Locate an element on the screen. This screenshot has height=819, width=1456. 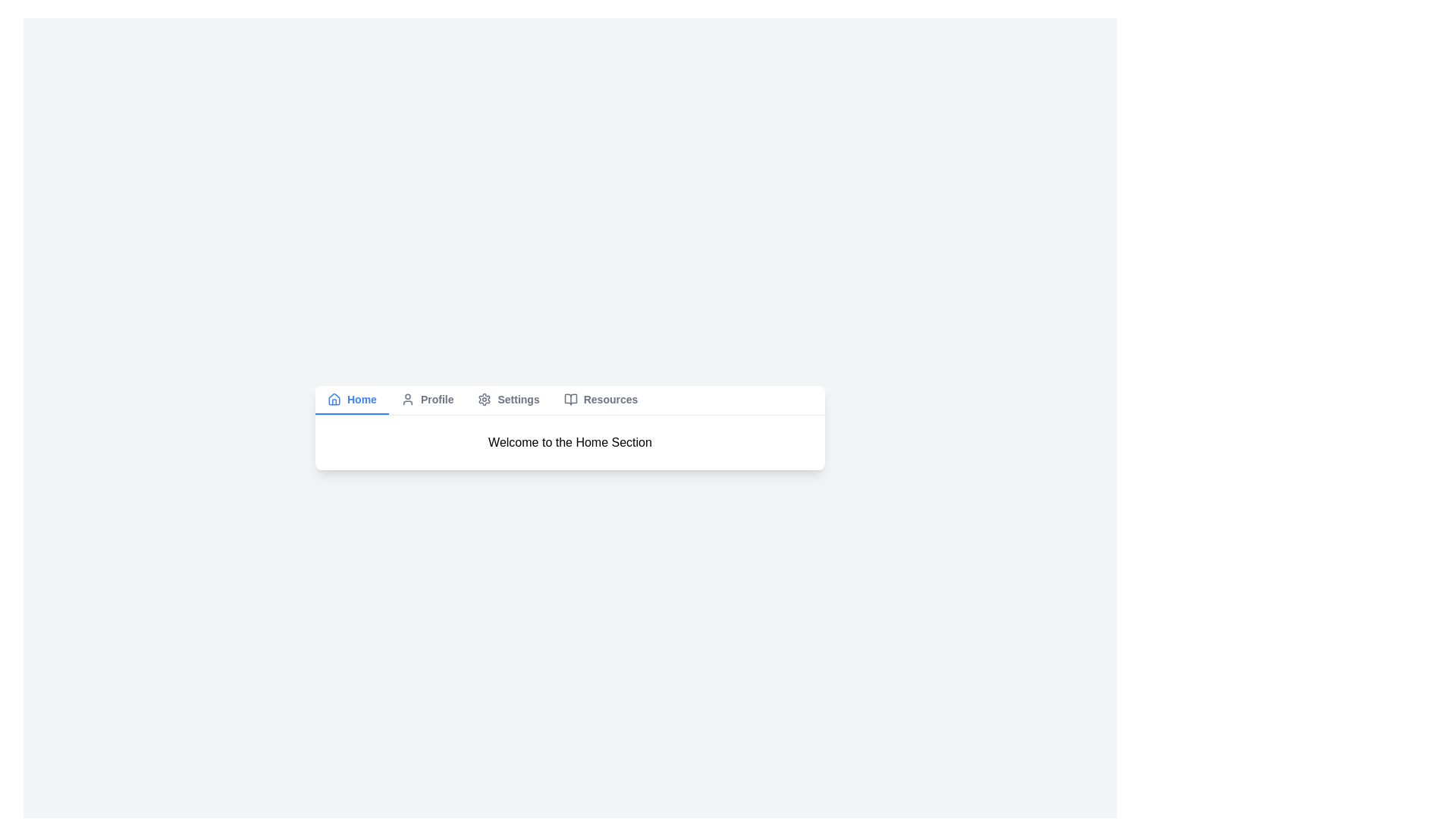
the 'Settings' navigation link is located at coordinates (509, 399).